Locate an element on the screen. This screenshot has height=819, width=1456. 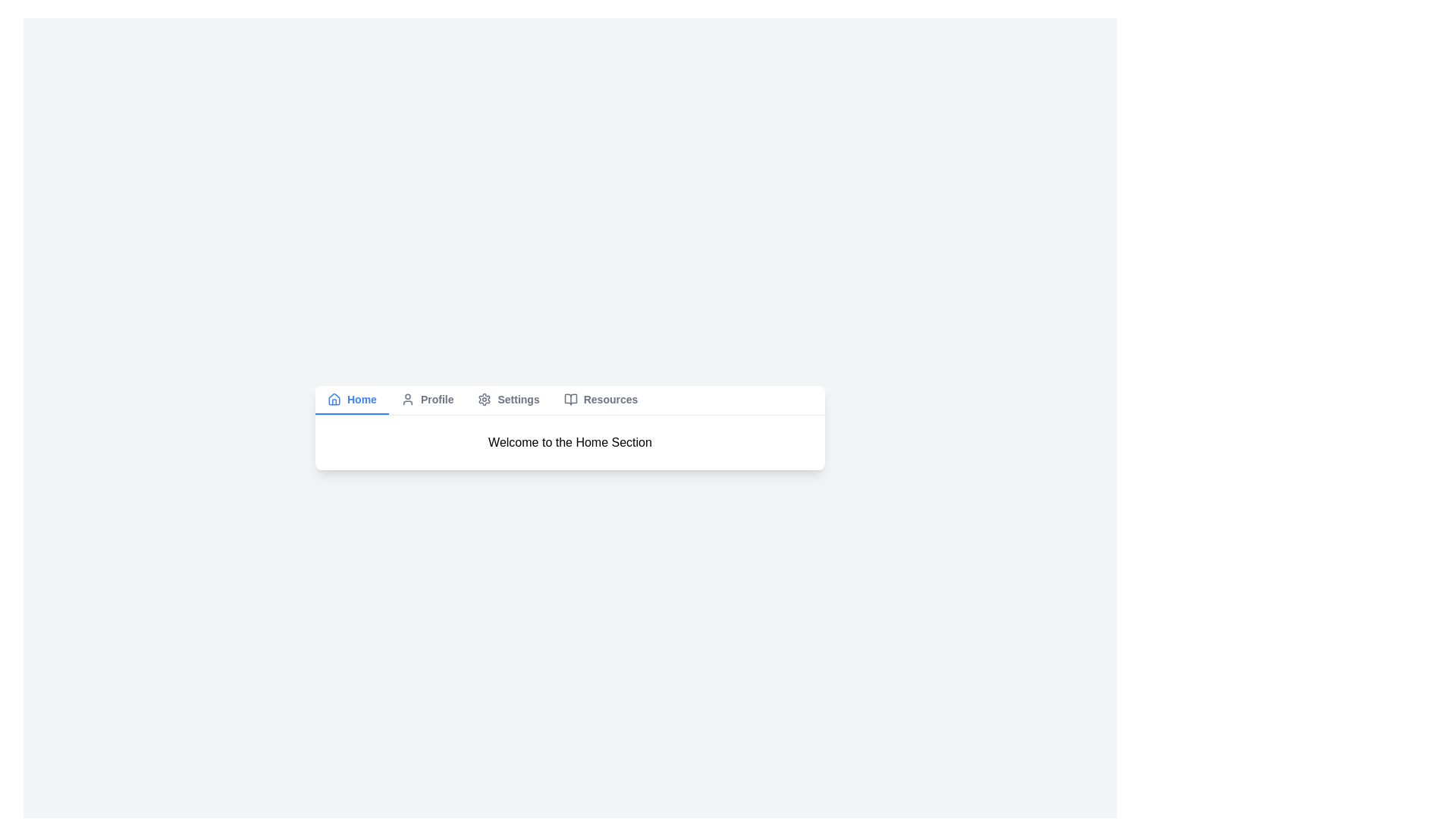
the 'Settings' navigation link is located at coordinates (509, 399).